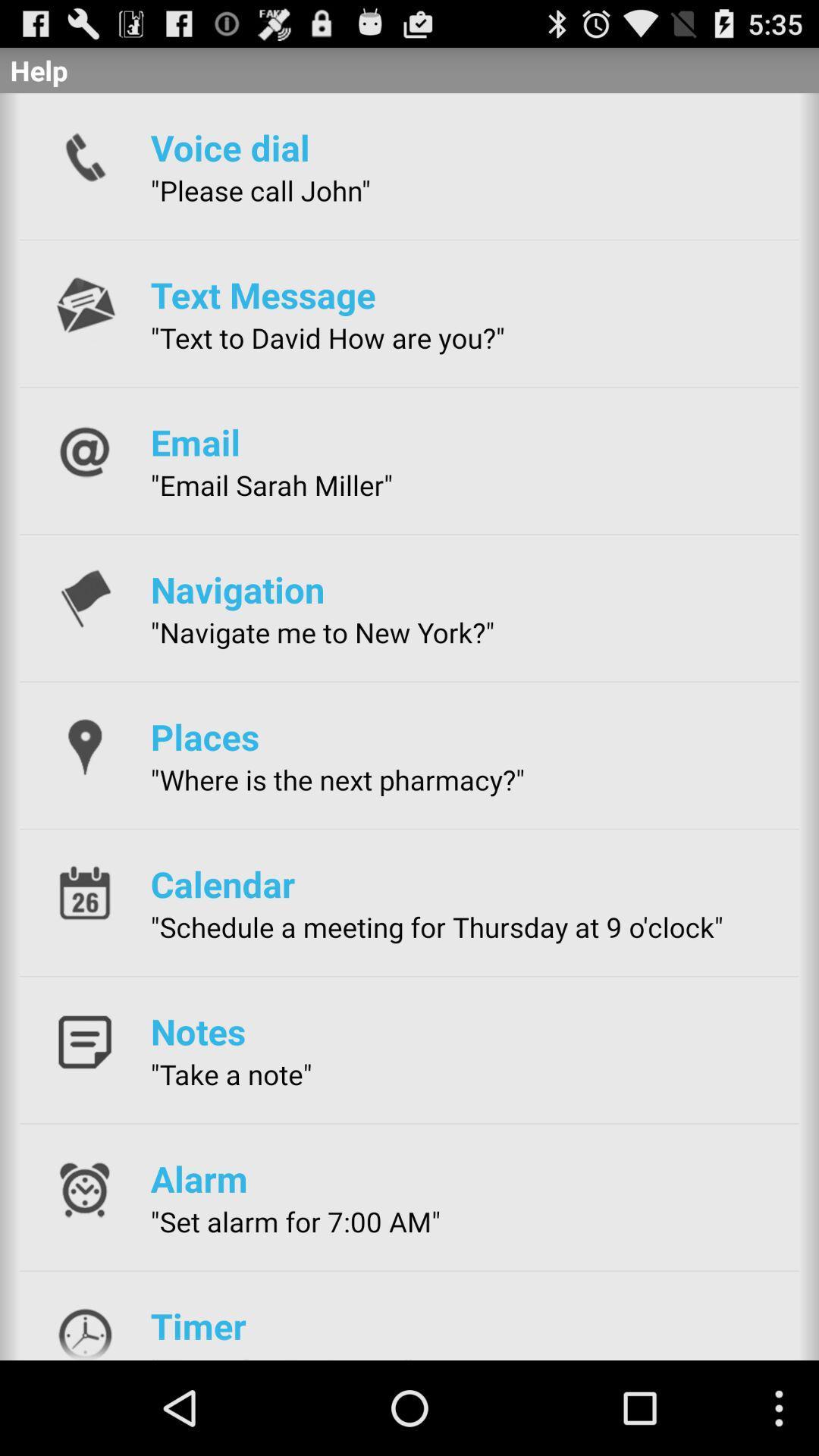 Image resolution: width=819 pixels, height=1456 pixels. I want to click on app below "email sarah miller" item, so click(237, 588).